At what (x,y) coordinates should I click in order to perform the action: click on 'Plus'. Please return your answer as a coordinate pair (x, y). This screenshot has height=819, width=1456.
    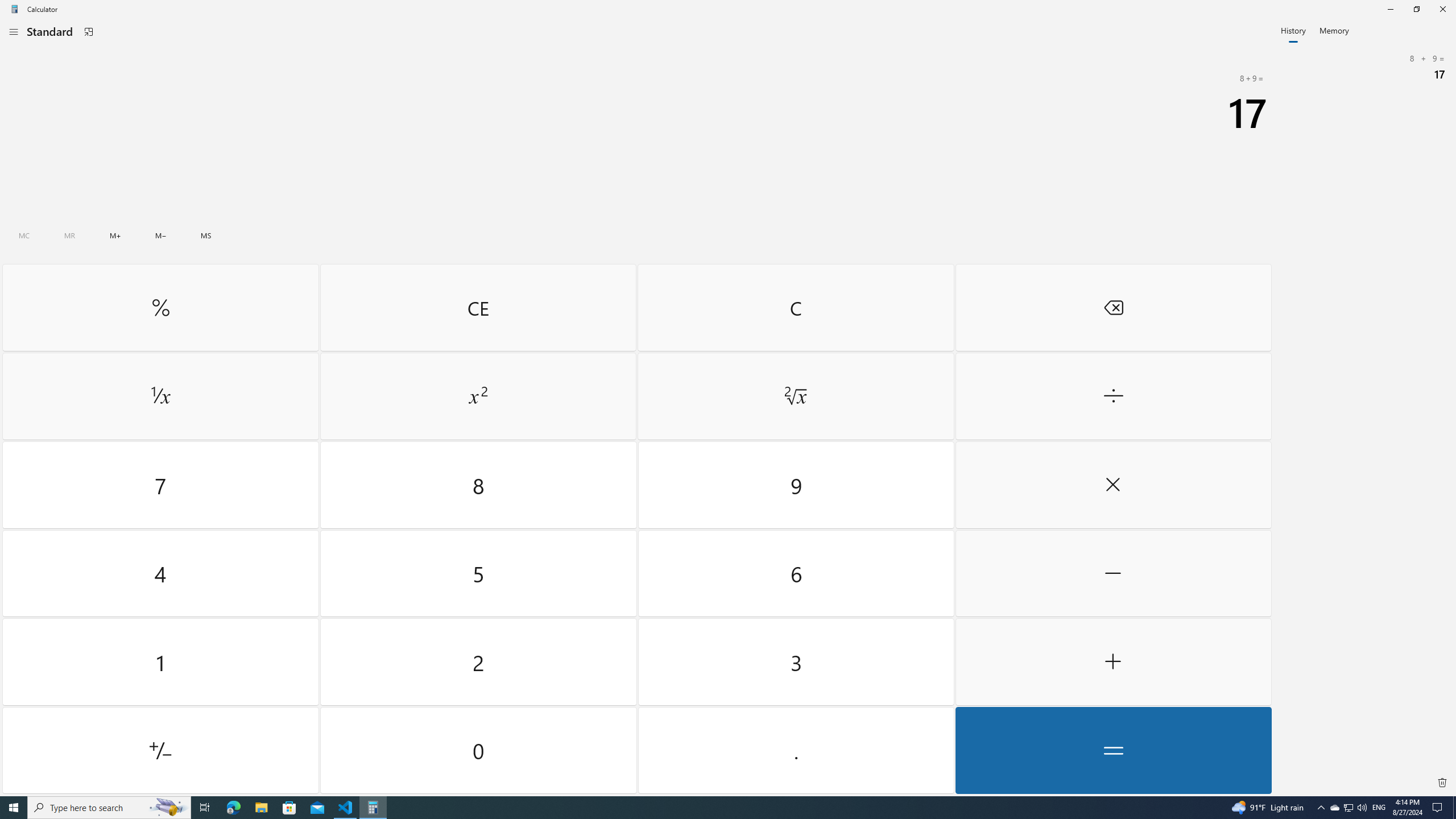
    Looking at the image, I should click on (1112, 662).